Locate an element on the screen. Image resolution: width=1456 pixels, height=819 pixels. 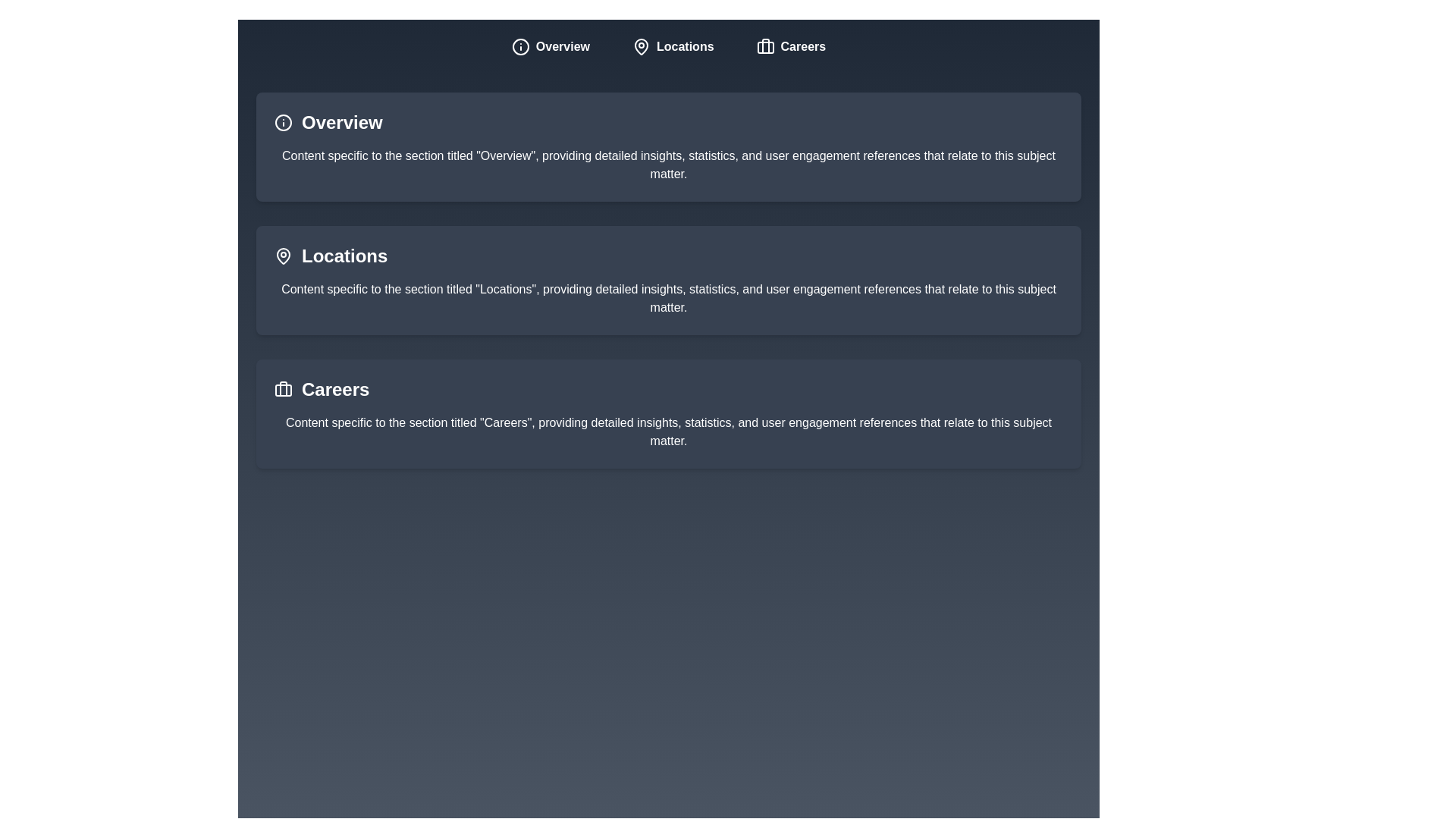
the bold text label 'Overview' which is prominently displayed in white against a dark background is located at coordinates (341, 122).